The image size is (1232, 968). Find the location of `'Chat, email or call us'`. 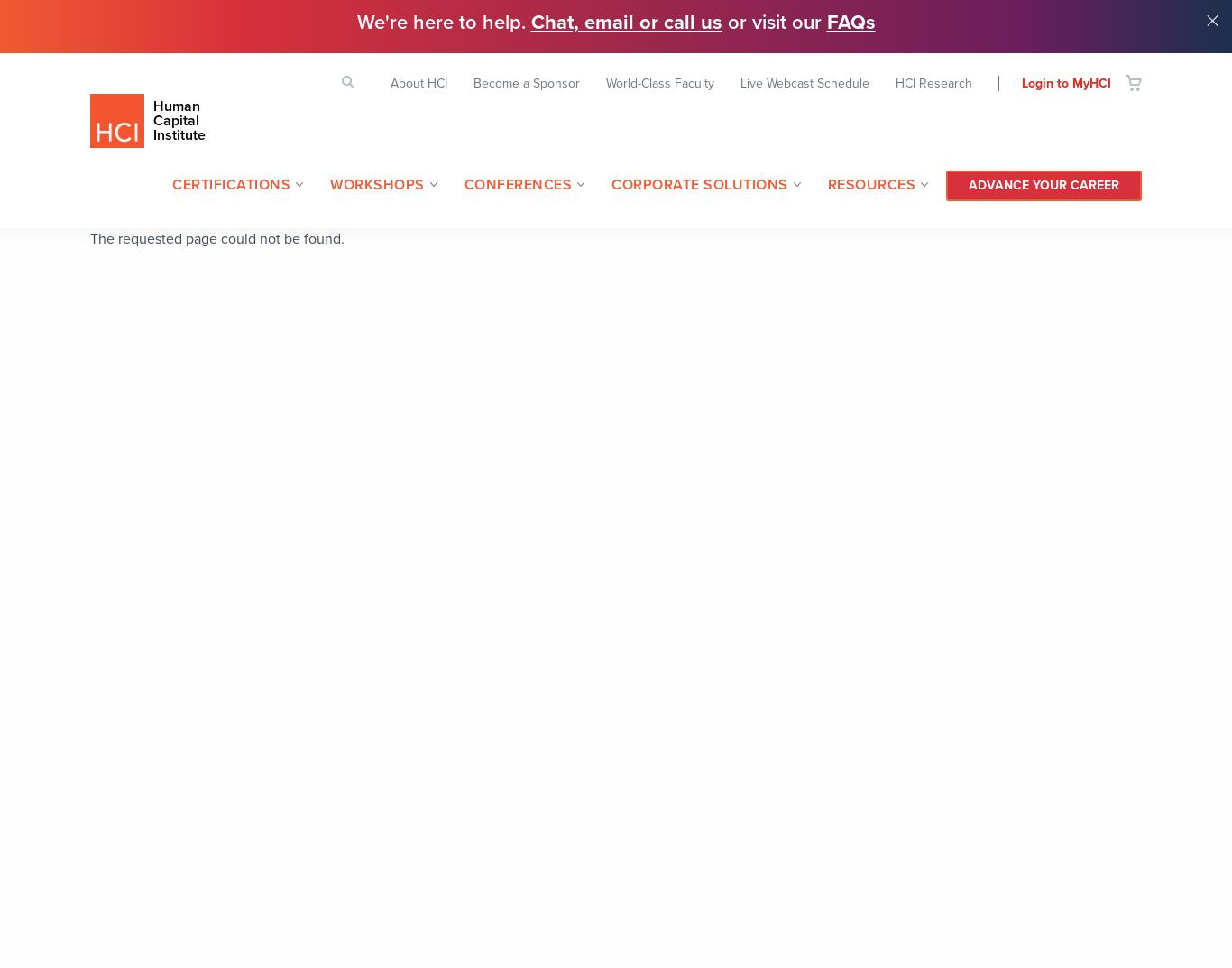

'Chat, email or call us' is located at coordinates (626, 22).